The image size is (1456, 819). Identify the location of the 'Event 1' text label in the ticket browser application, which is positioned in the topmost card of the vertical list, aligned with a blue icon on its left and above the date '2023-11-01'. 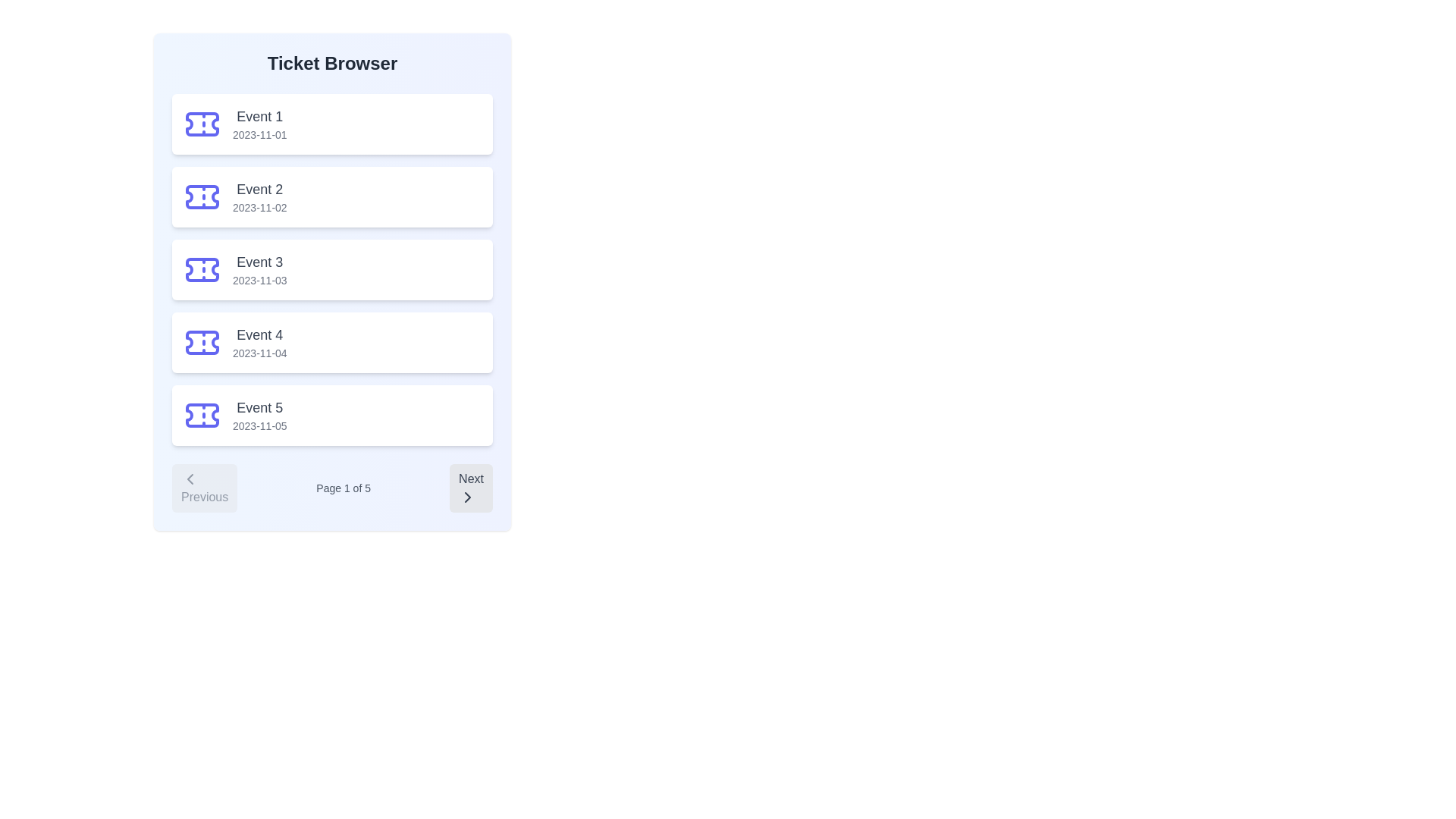
(259, 116).